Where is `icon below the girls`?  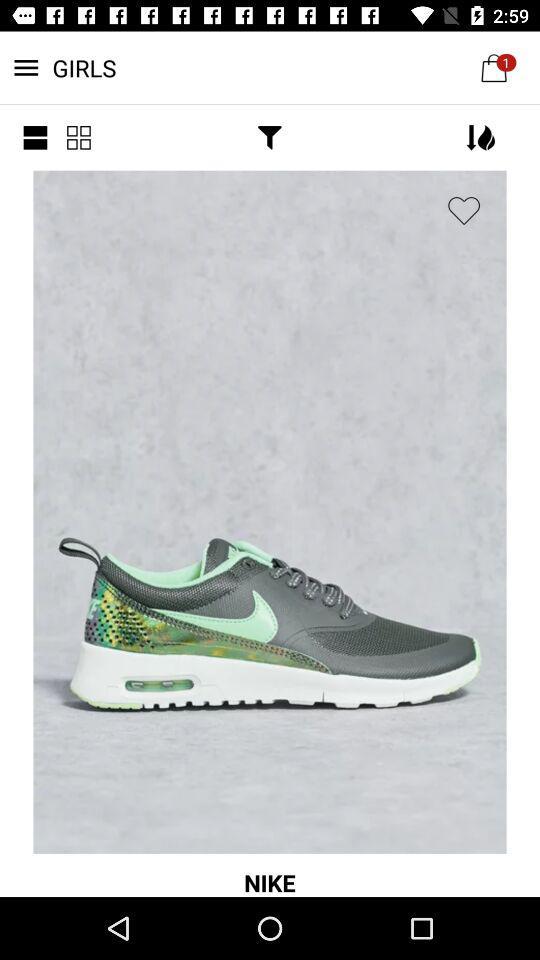 icon below the girls is located at coordinates (35, 136).